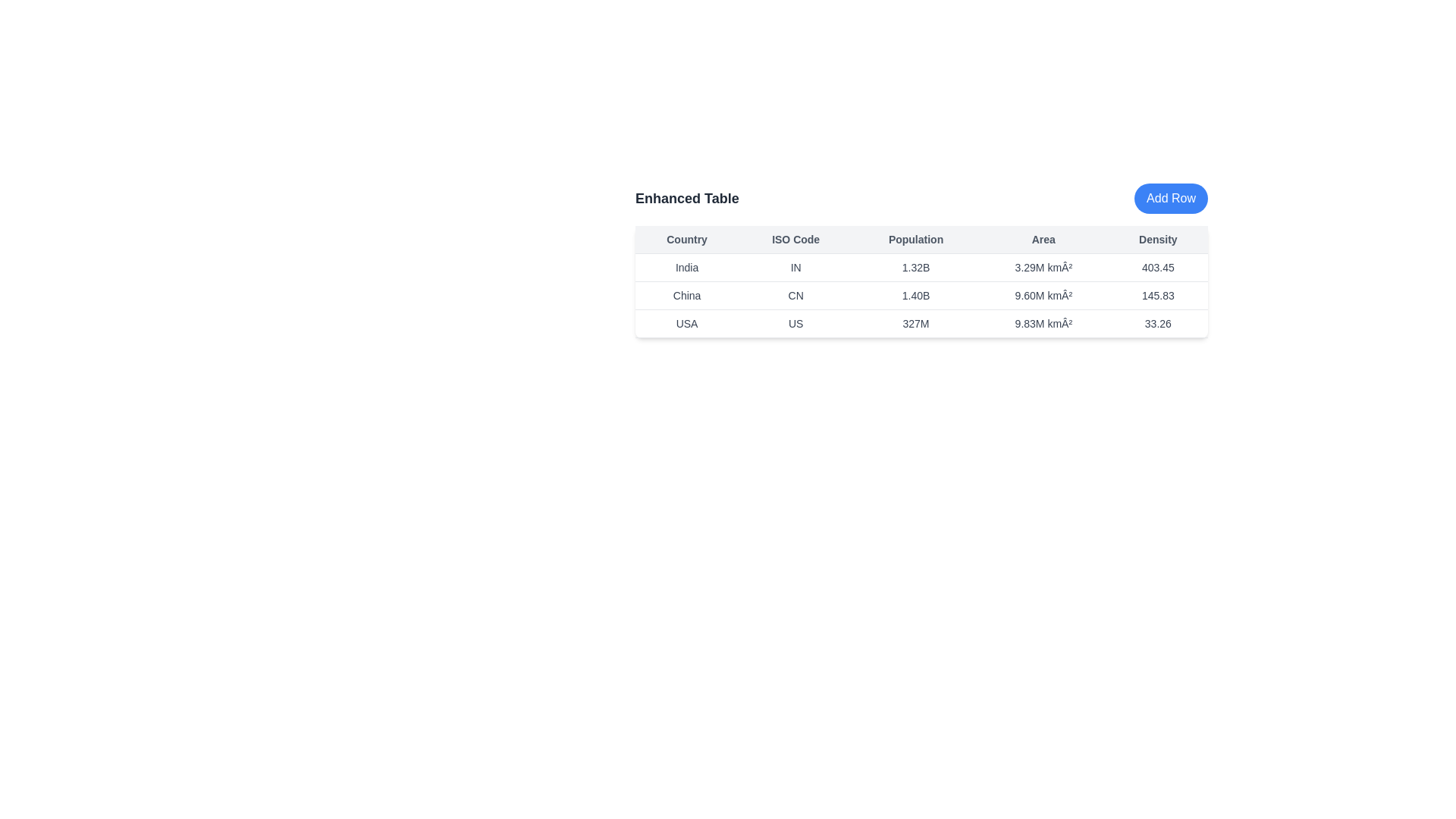  I want to click on the Text Label displaying the ISO code for China, which is located in the 'ISO Code' column of the corresponding row, so click(795, 295).